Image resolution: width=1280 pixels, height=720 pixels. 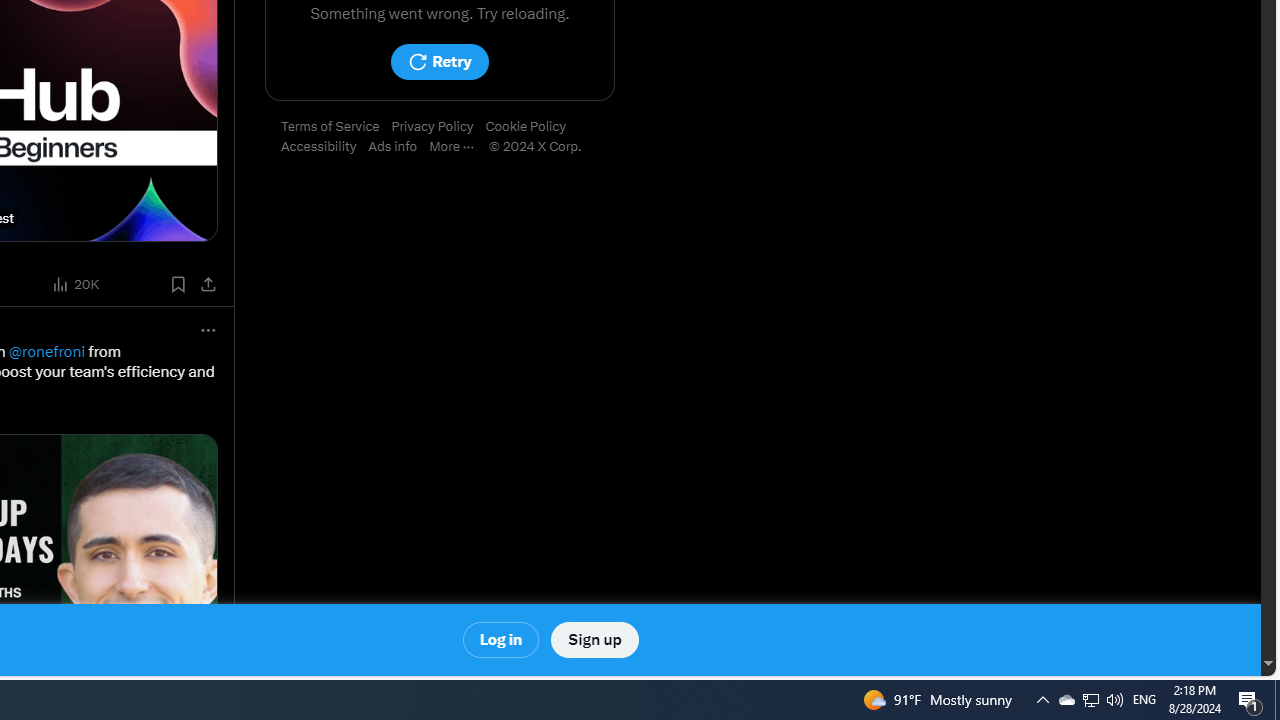 I want to click on 'Share post', so click(x=208, y=284).